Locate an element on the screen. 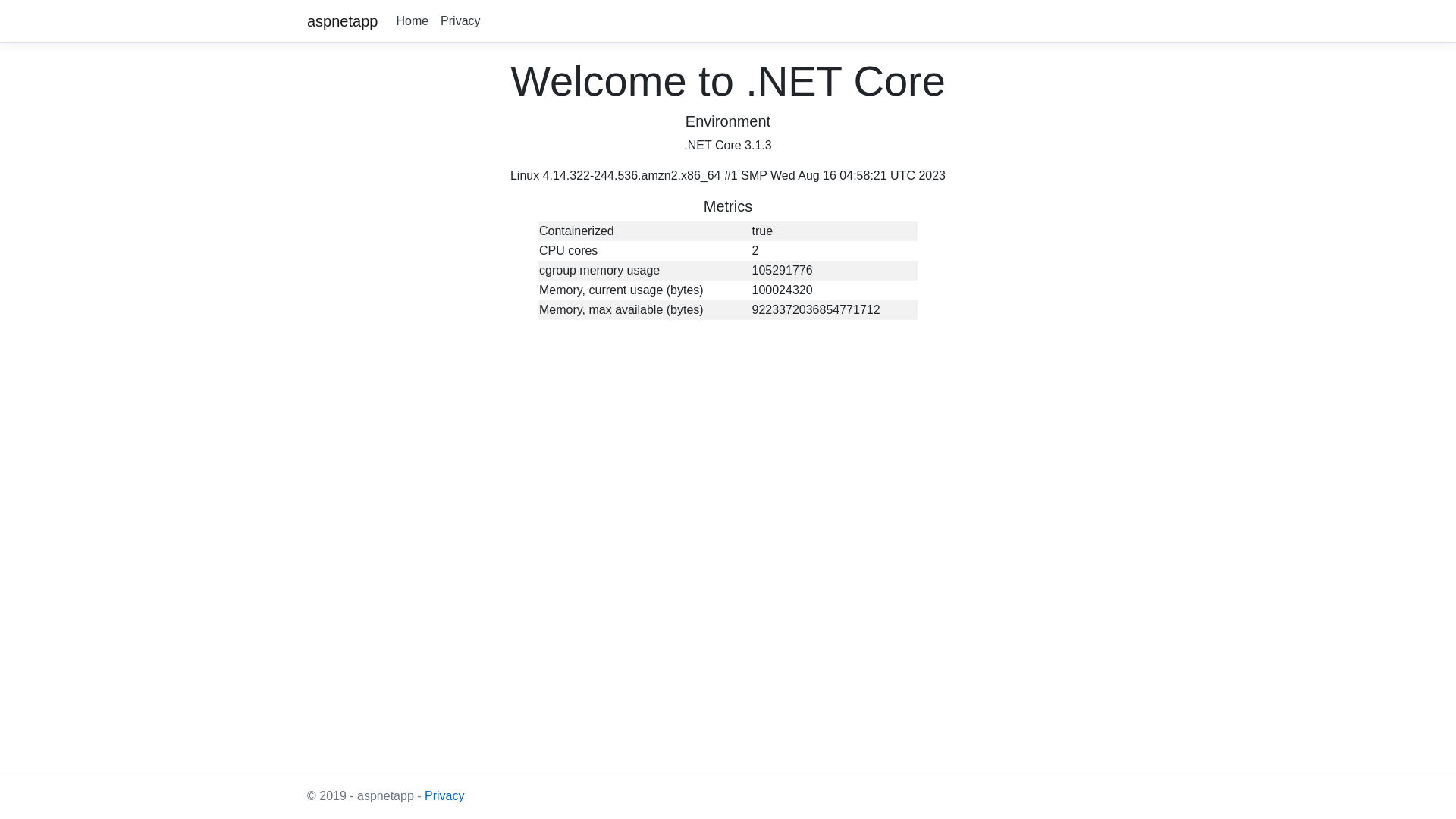  'aspnetapp' is located at coordinates (341, 20).